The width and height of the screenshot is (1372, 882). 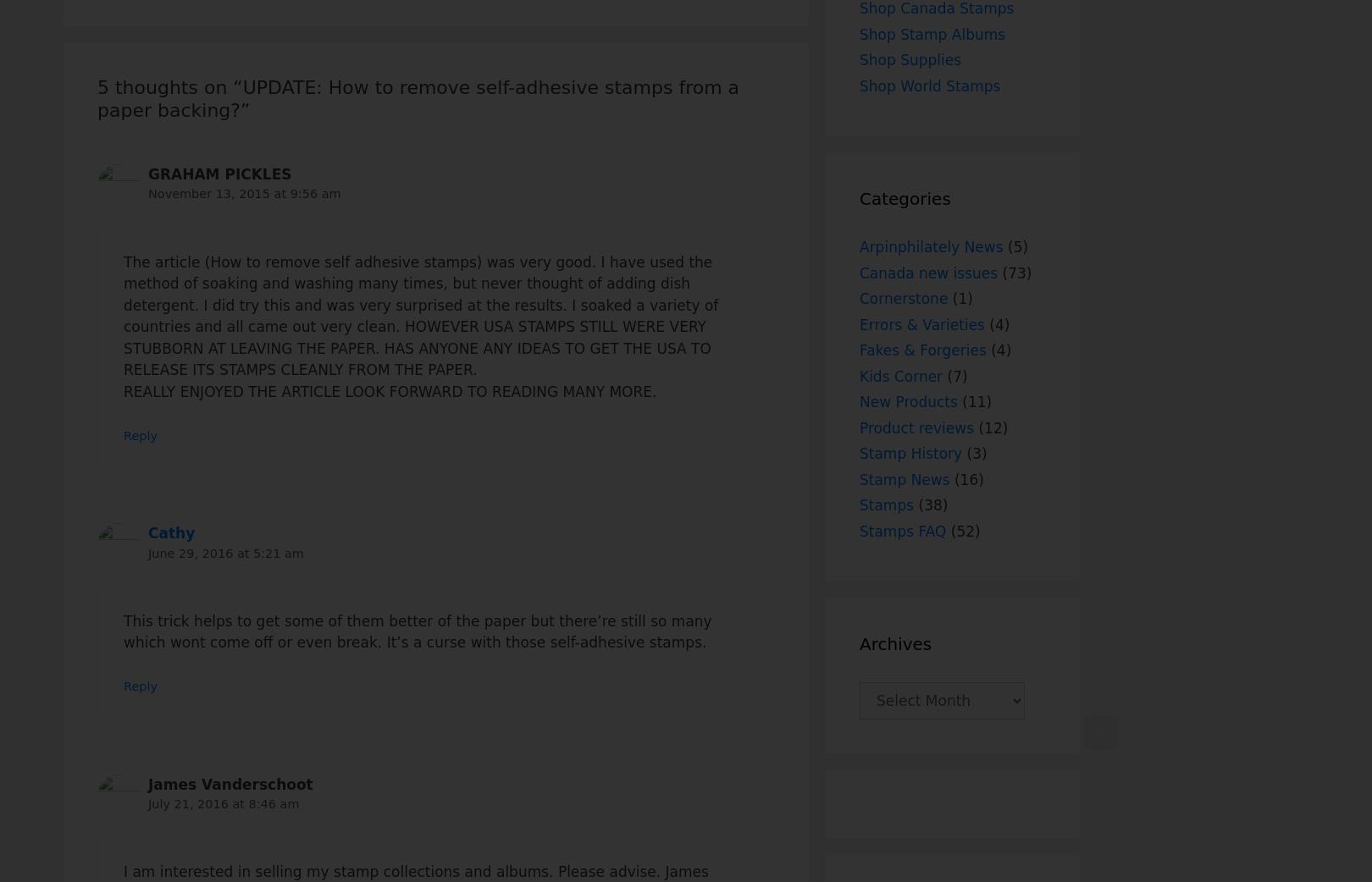 I want to click on '(1)', so click(x=959, y=298).